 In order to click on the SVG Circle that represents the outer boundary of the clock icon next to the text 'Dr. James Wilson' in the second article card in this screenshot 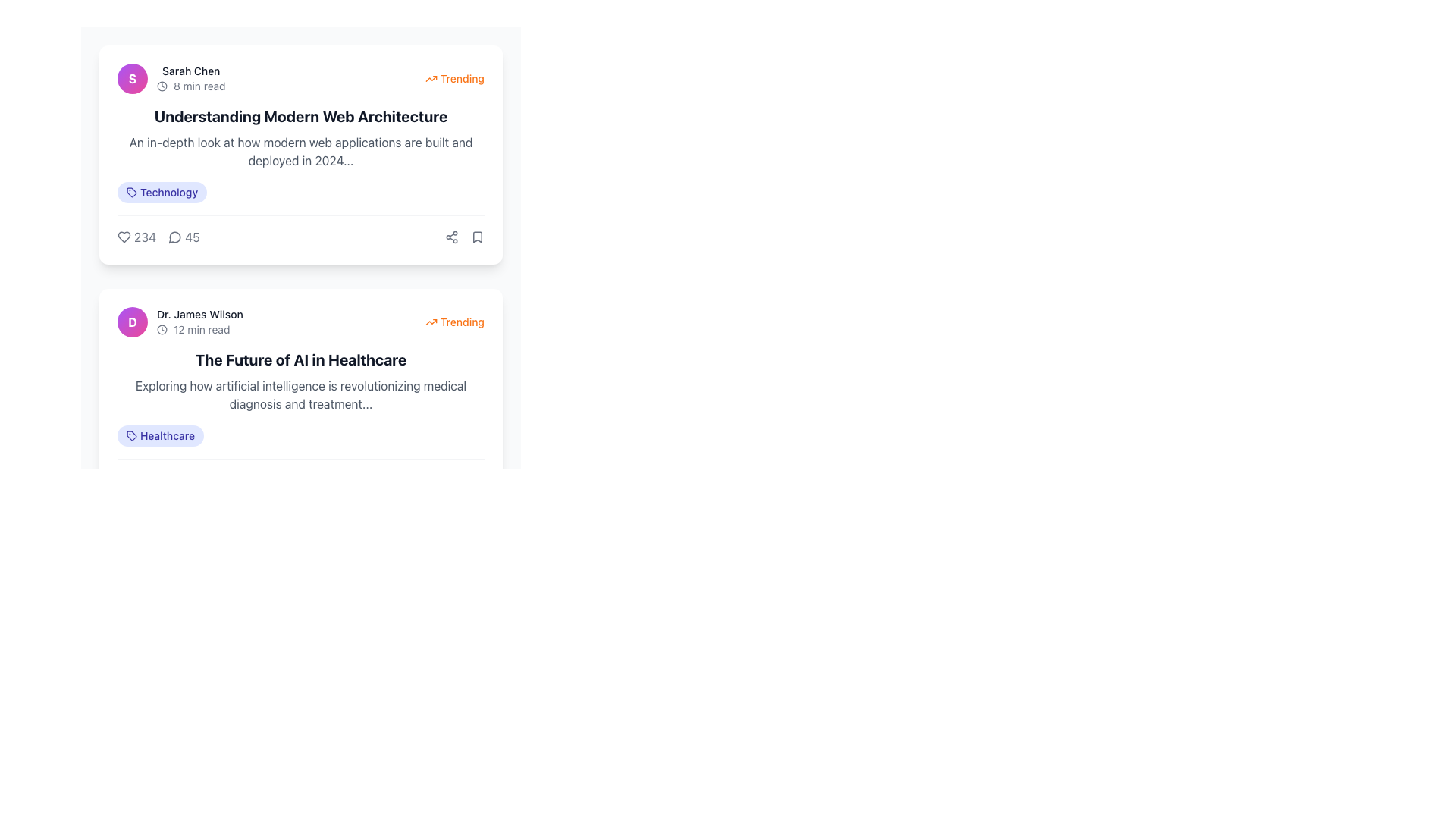, I will do `click(162, 329)`.